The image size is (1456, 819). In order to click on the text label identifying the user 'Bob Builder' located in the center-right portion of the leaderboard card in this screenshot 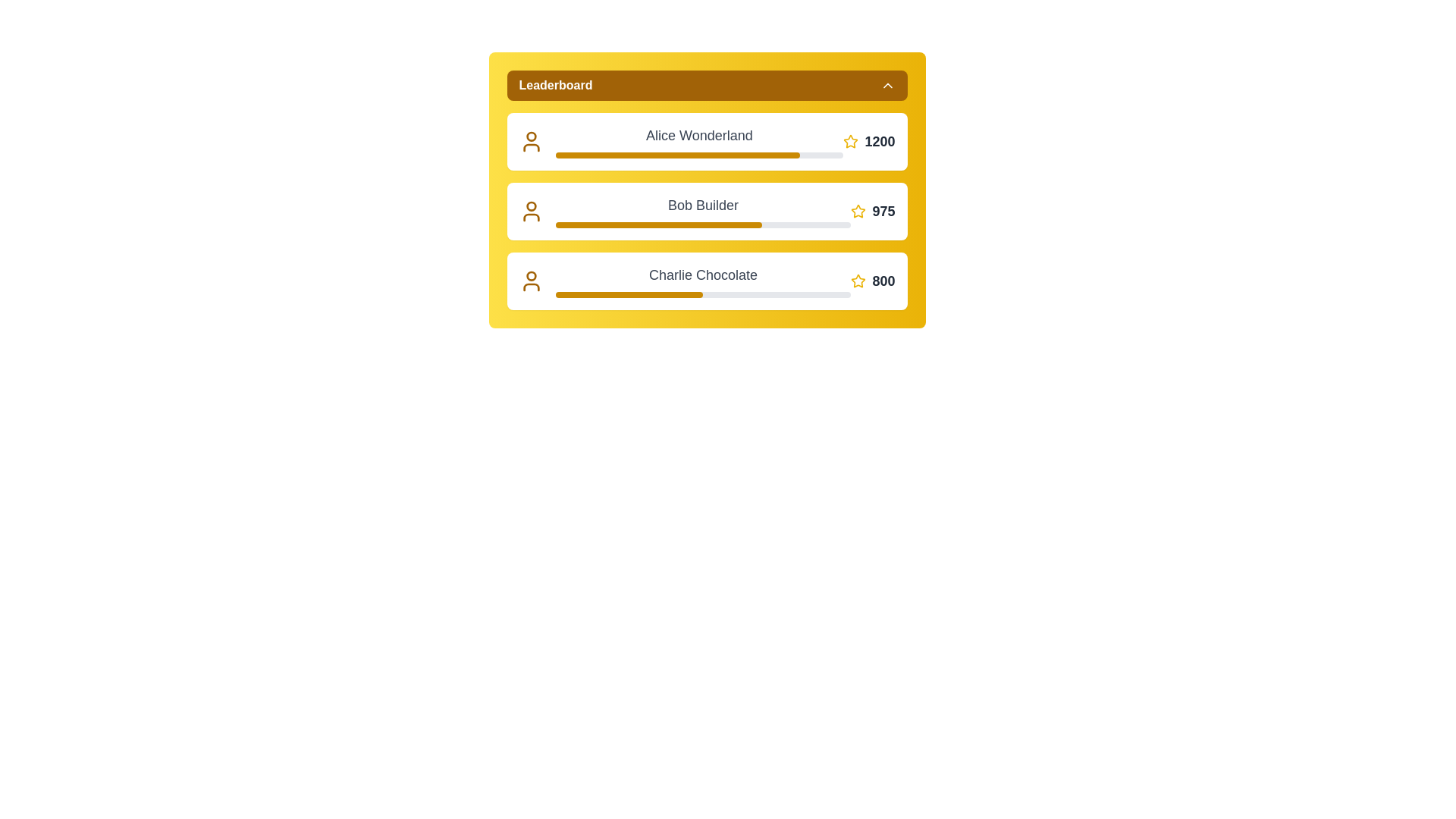, I will do `click(702, 211)`.